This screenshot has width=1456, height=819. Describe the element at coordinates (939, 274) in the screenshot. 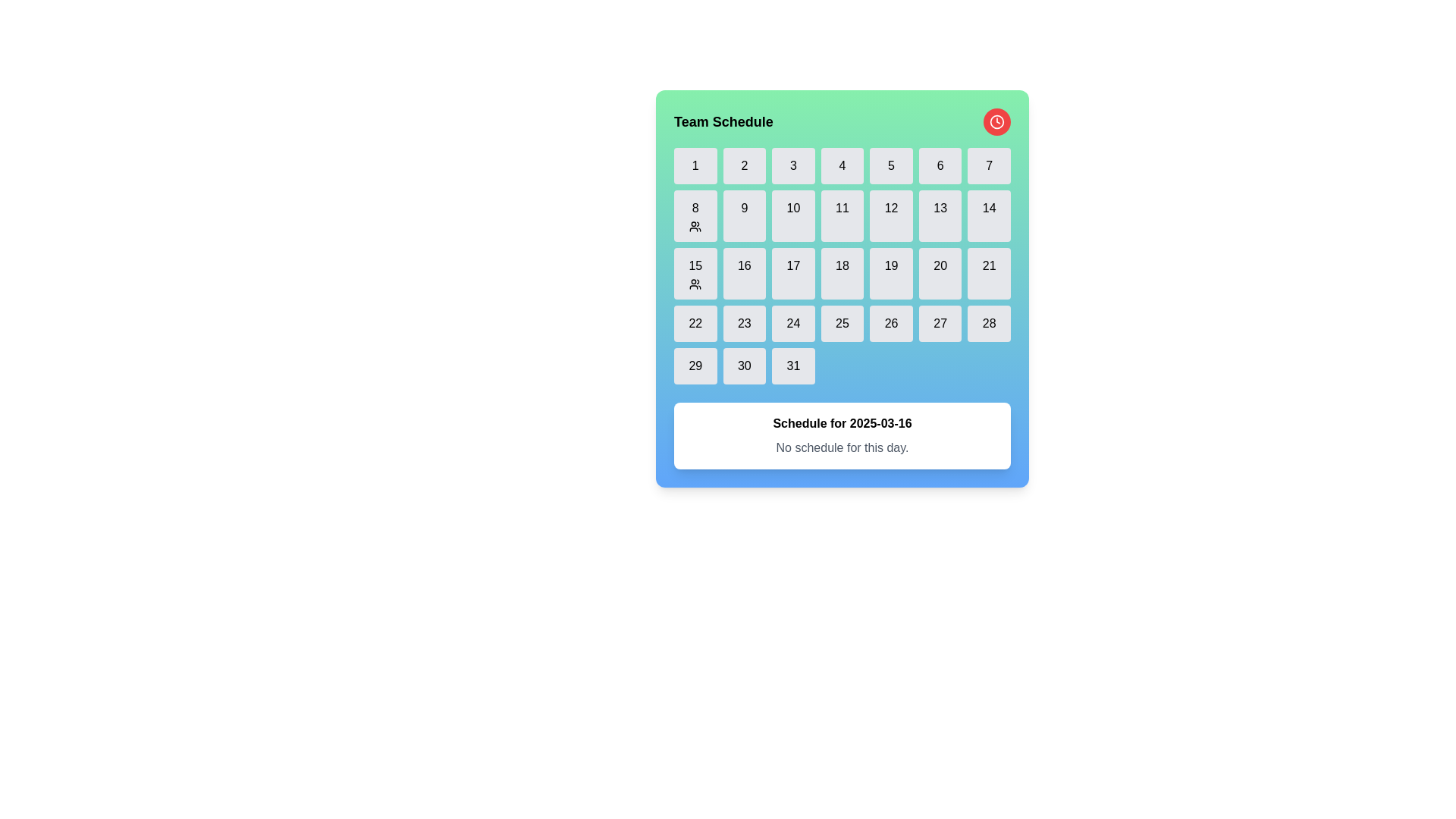

I see `the calendar day representation element displaying the bold black text '20'` at that location.